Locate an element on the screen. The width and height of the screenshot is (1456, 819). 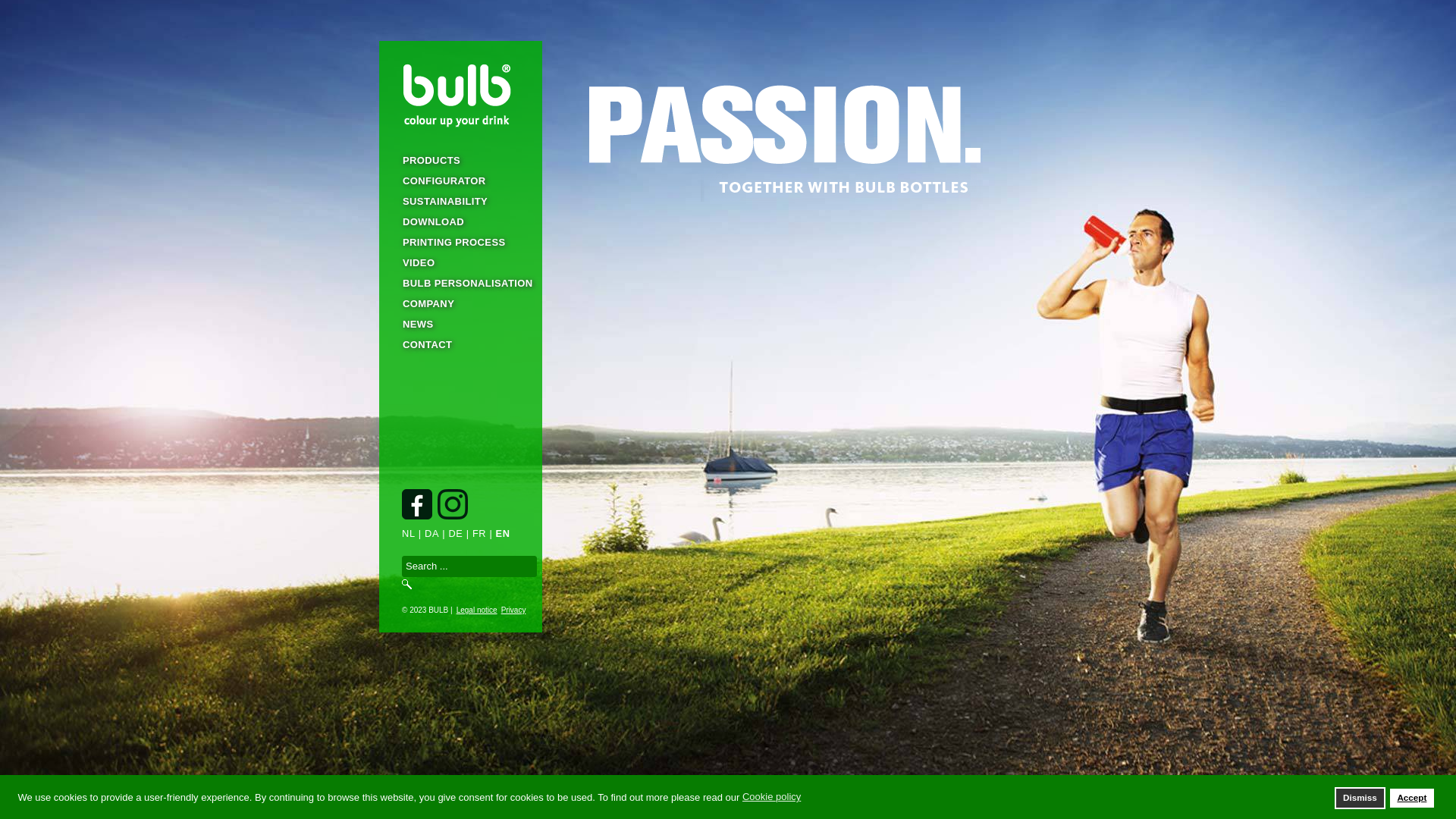
'Privacy' is located at coordinates (512, 610).